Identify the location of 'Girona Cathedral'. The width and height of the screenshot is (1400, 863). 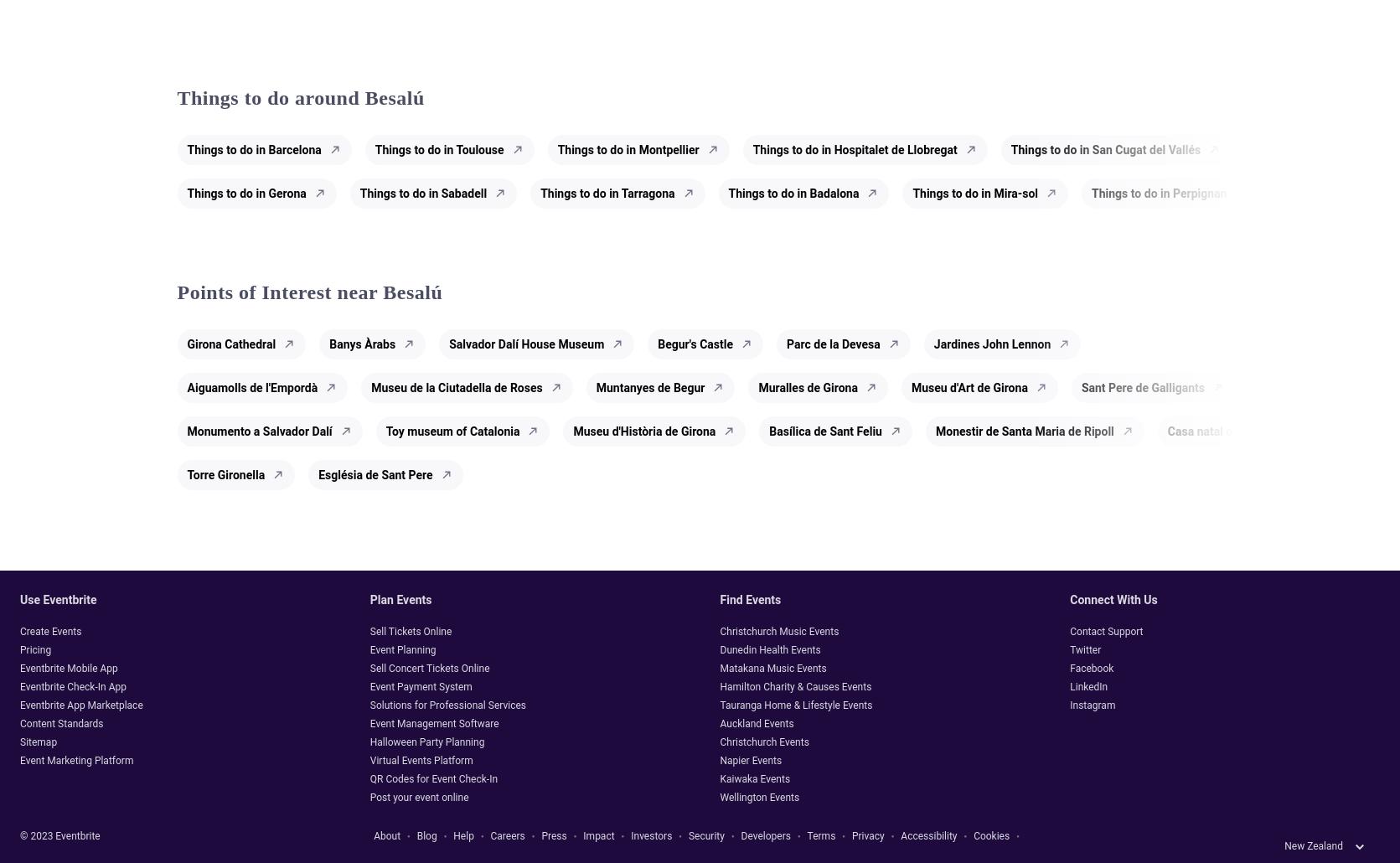
(231, 344).